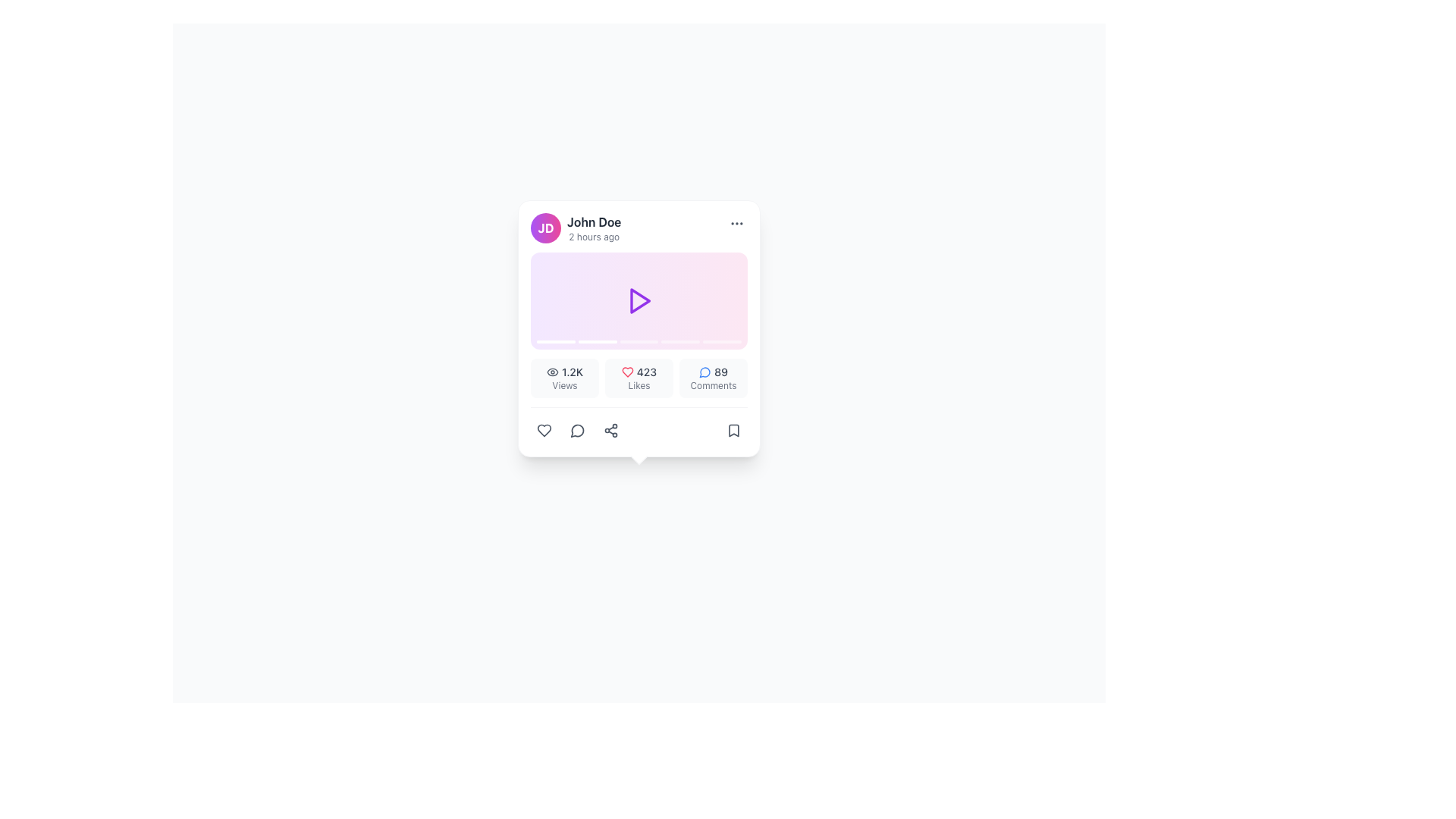 This screenshot has height=819, width=1456. Describe the element at coordinates (734, 430) in the screenshot. I see `the bookmark icon located at the bottom-right section of the post card UI` at that location.